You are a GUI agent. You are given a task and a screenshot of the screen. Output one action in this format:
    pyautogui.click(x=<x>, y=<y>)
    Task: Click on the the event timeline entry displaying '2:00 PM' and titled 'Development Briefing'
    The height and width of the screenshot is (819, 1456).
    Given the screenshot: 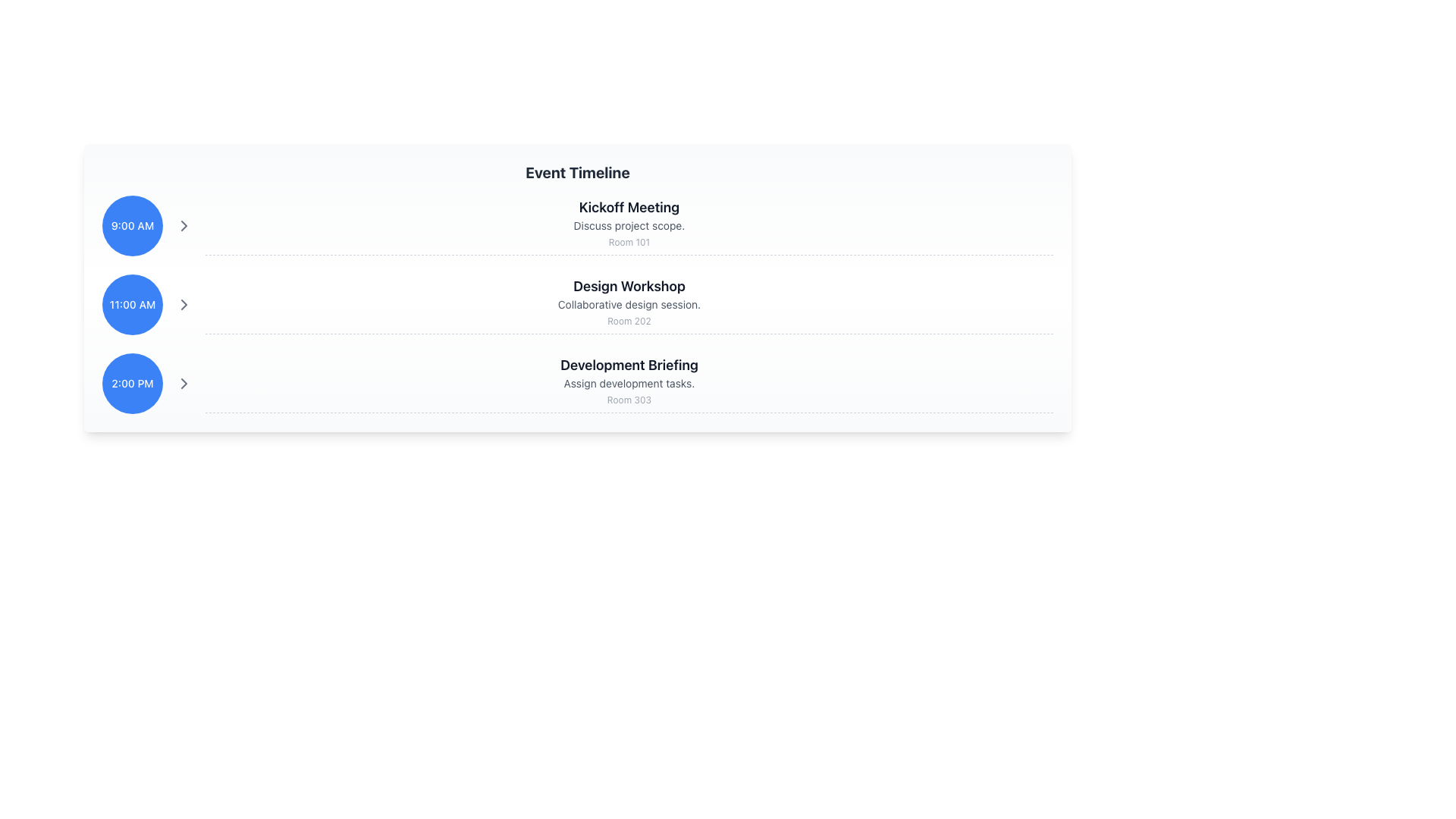 What is the action you would take?
    pyautogui.click(x=577, y=382)
    